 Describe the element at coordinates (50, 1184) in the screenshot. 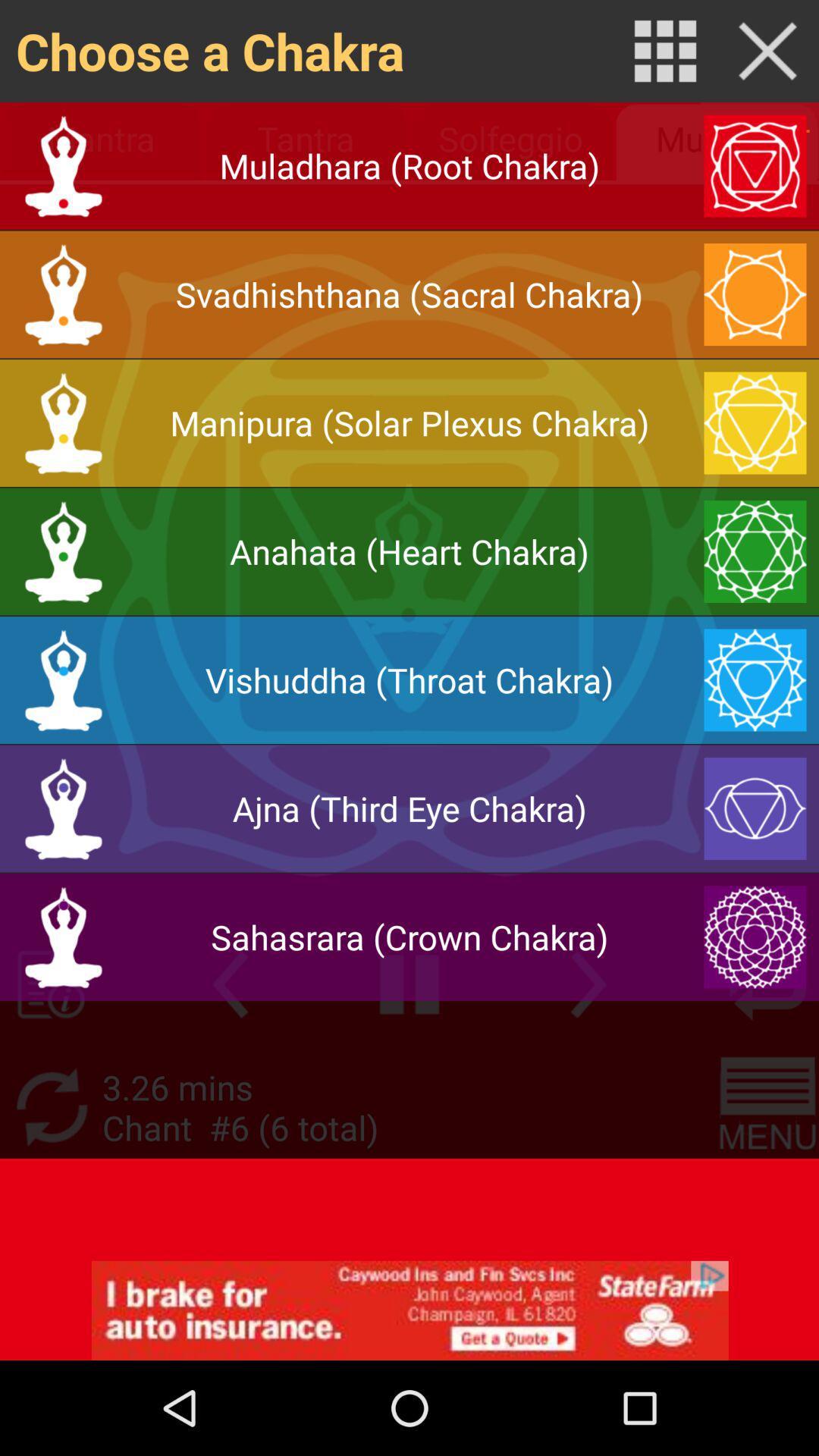

I see `the refresh icon` at that location.